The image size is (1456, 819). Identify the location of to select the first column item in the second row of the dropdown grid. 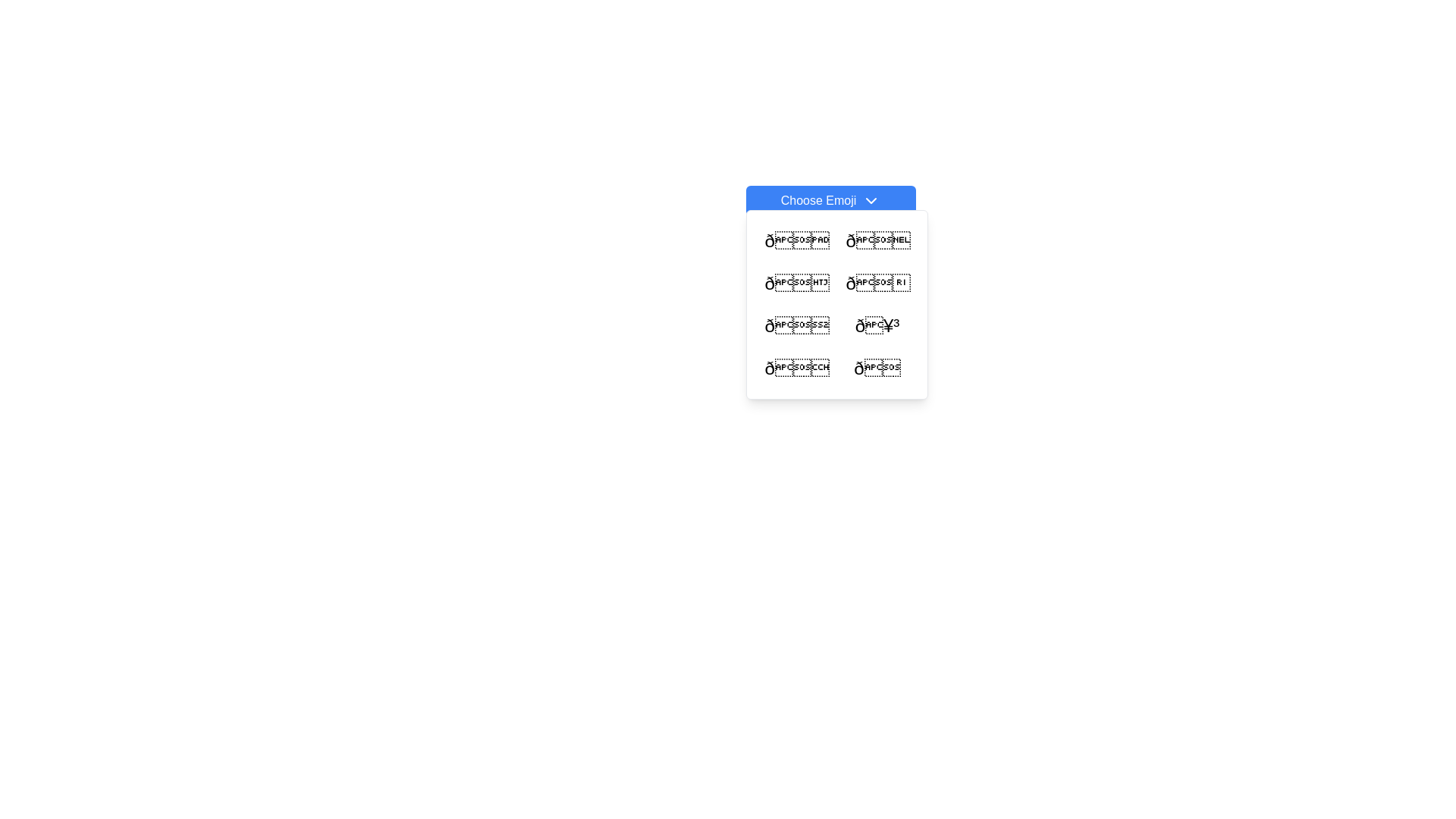
(795, 284).